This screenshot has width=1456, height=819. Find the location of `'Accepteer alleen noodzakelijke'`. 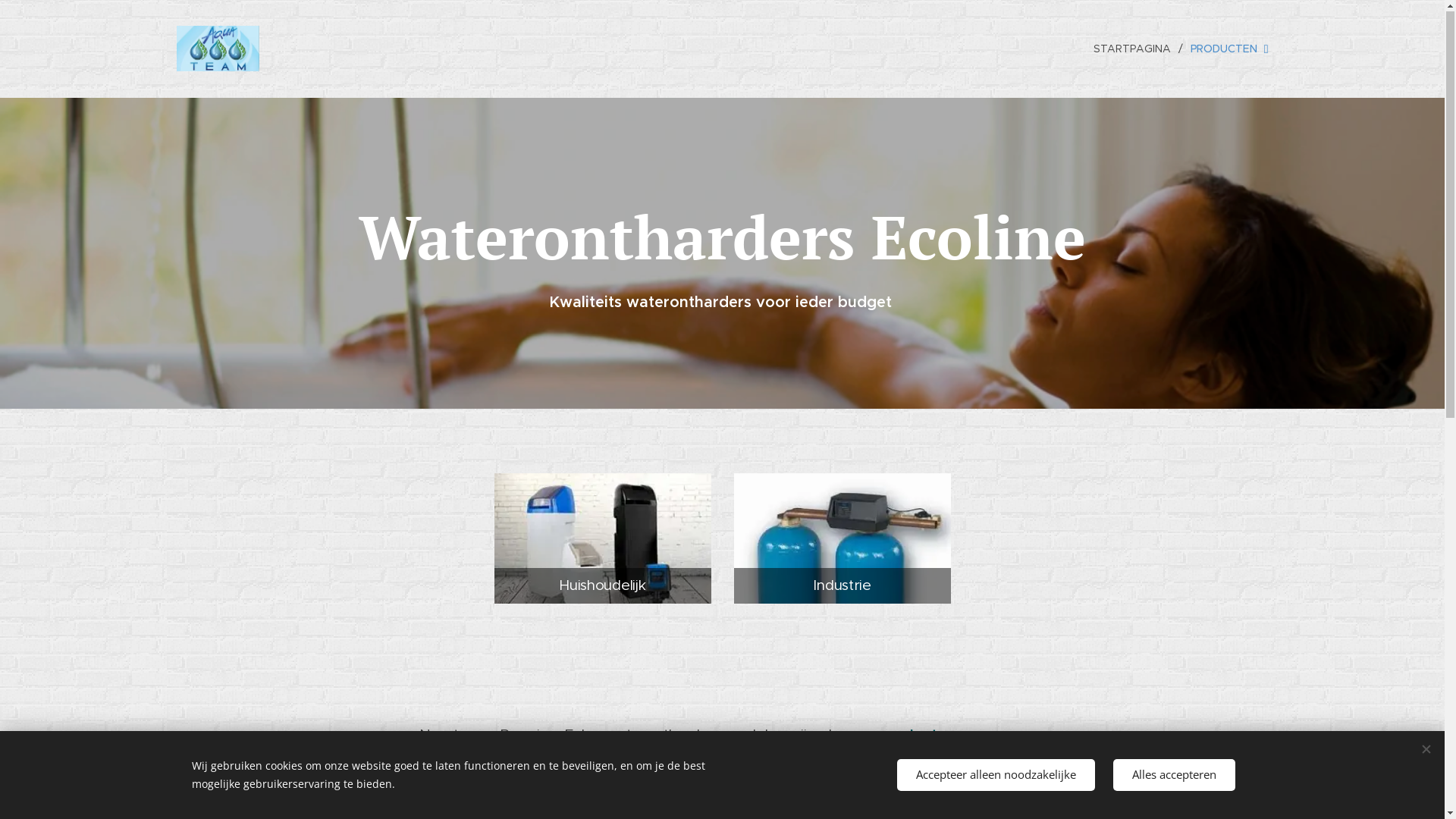

'Accepteer alleen noodzakelijke' is located at coordinates (995, 775).